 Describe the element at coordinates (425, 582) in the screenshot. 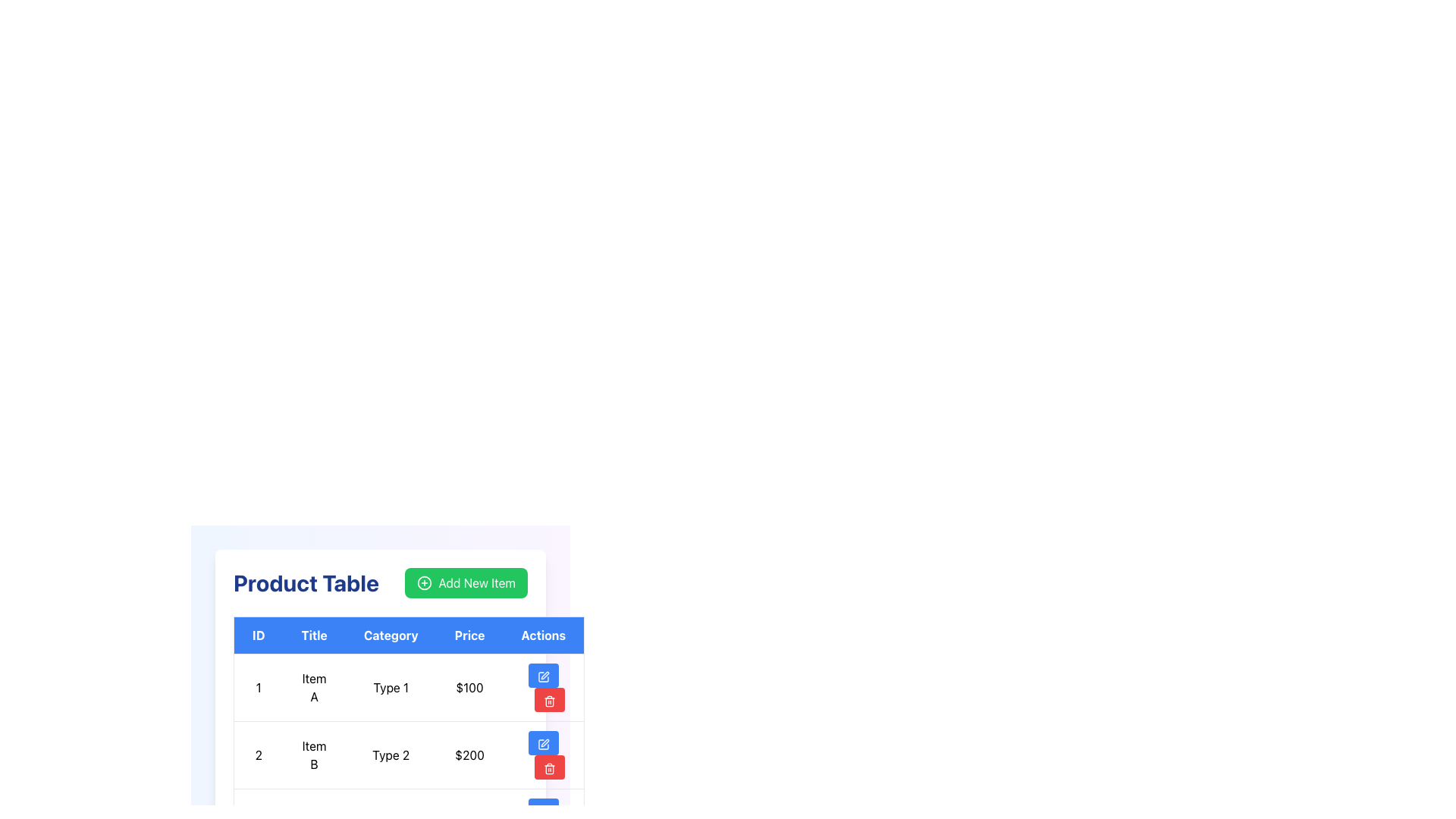

I see `the icon within the 'Add New Item' button, located at the top-right corner of the product table section` at that location.